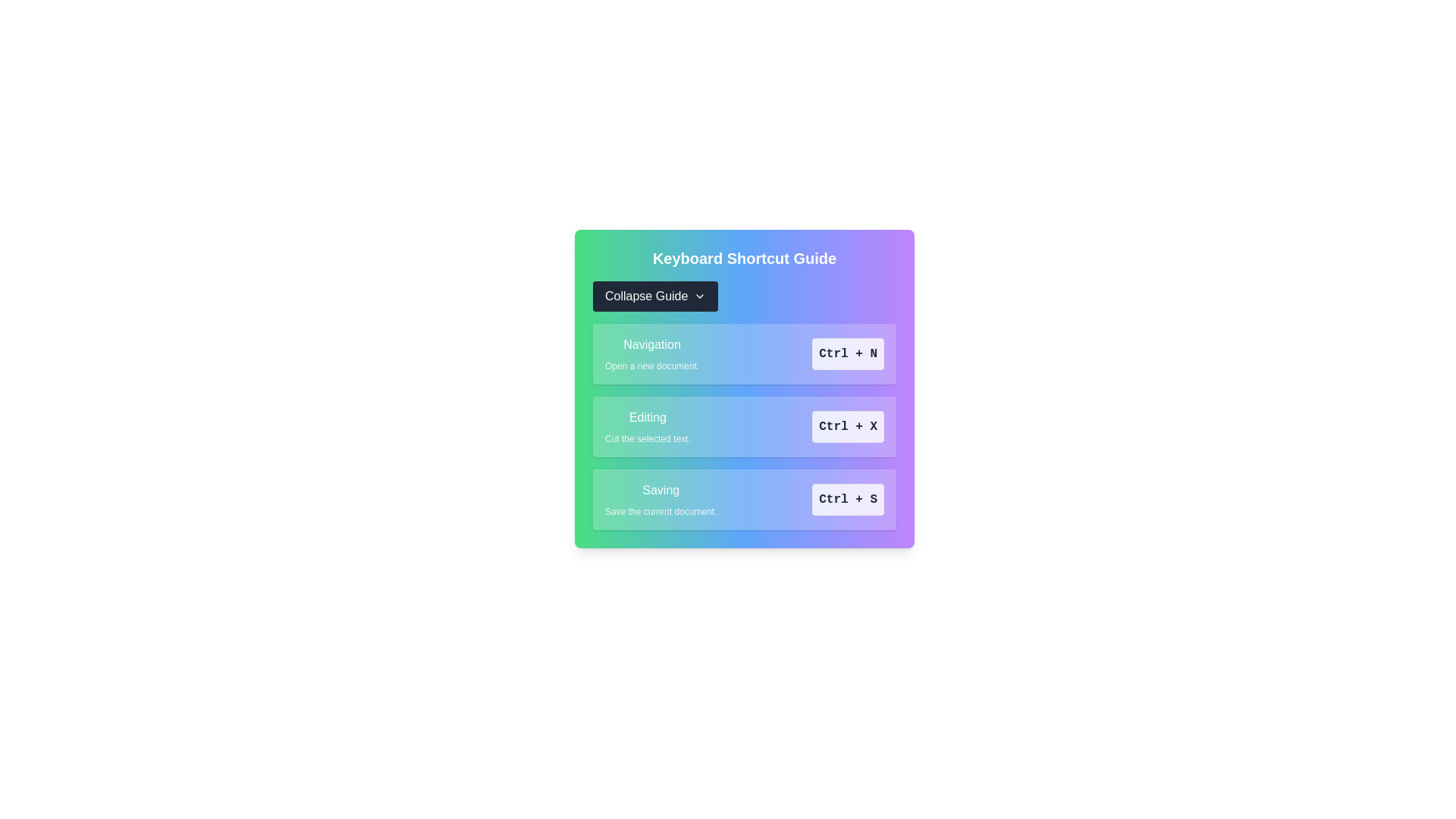 The height and width of the screenshot is (819, 1456). I want to click on the Informational panel section titled 'Navigation' which indicates the shortcut function 'Open a new document' and displays 'Ctrl + N', so click(745, 353).